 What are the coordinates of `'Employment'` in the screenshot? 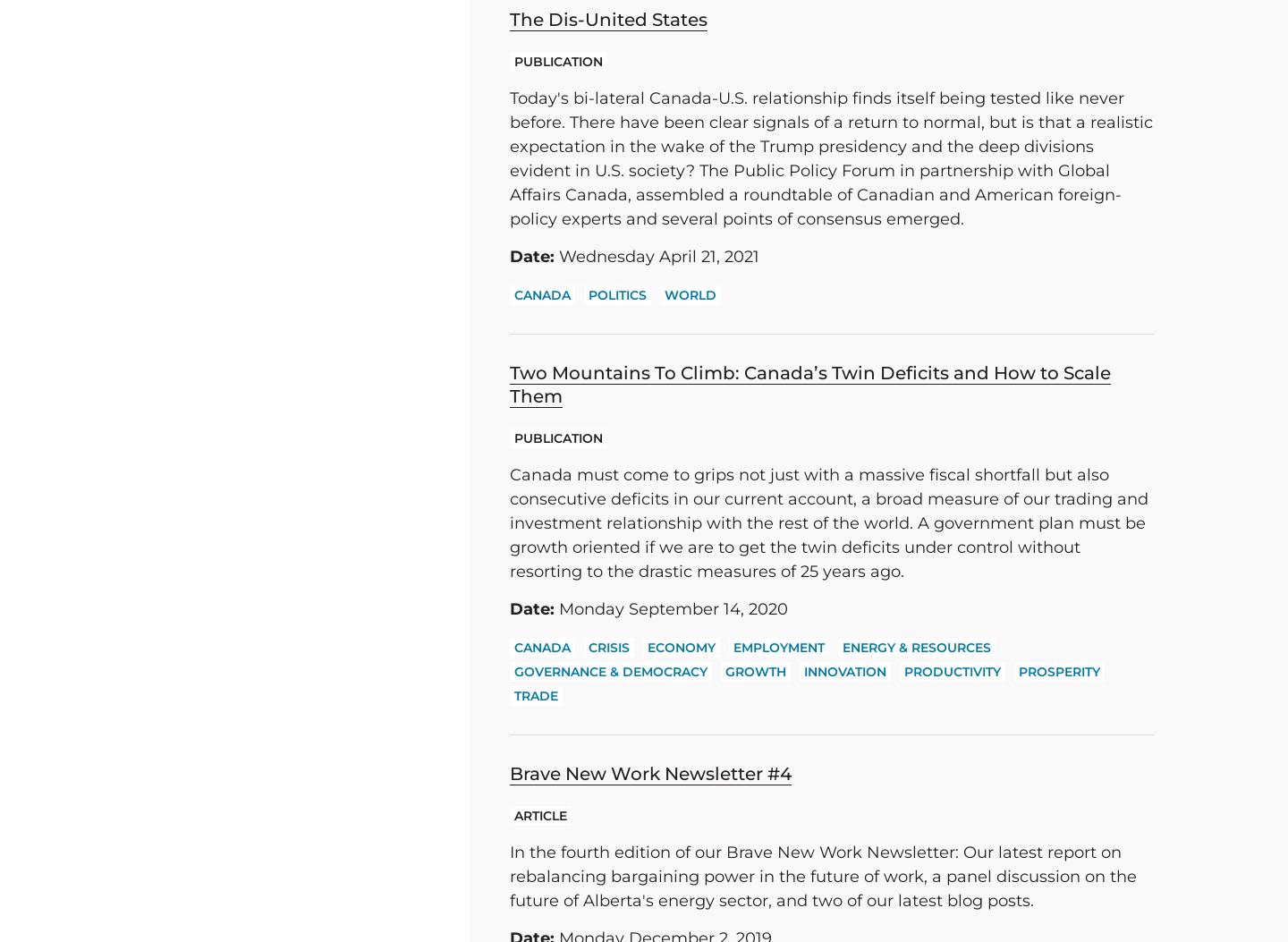 It's located at (778, 647).